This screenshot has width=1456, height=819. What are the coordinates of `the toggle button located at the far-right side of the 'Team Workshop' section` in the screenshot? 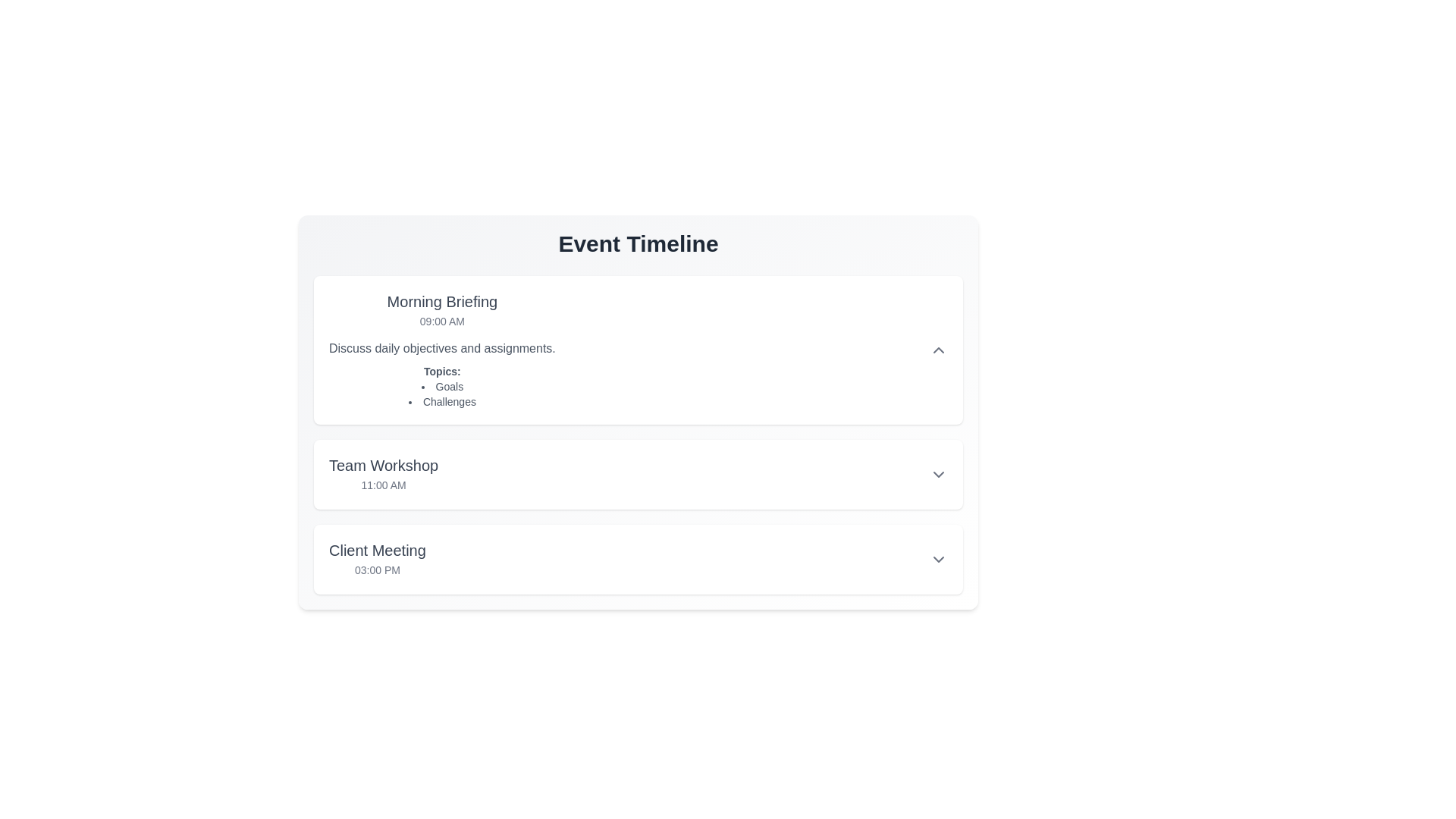 It's located at (938, 473).